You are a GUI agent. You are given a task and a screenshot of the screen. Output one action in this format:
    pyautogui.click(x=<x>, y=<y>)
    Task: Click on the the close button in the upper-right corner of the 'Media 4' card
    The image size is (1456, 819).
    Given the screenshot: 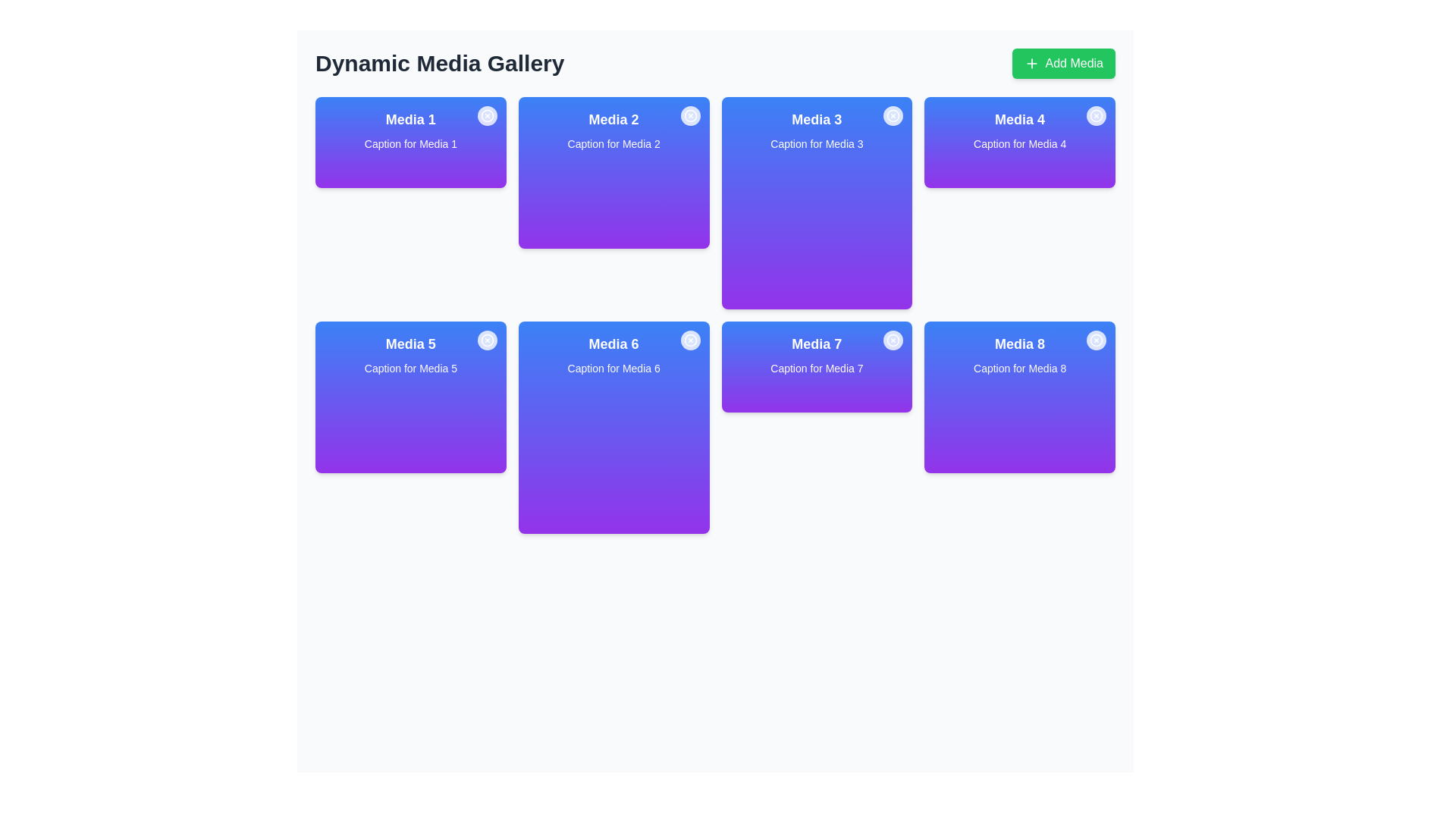 What is the action you would take?
    pyautogui.click(x=1096, y=116)
    